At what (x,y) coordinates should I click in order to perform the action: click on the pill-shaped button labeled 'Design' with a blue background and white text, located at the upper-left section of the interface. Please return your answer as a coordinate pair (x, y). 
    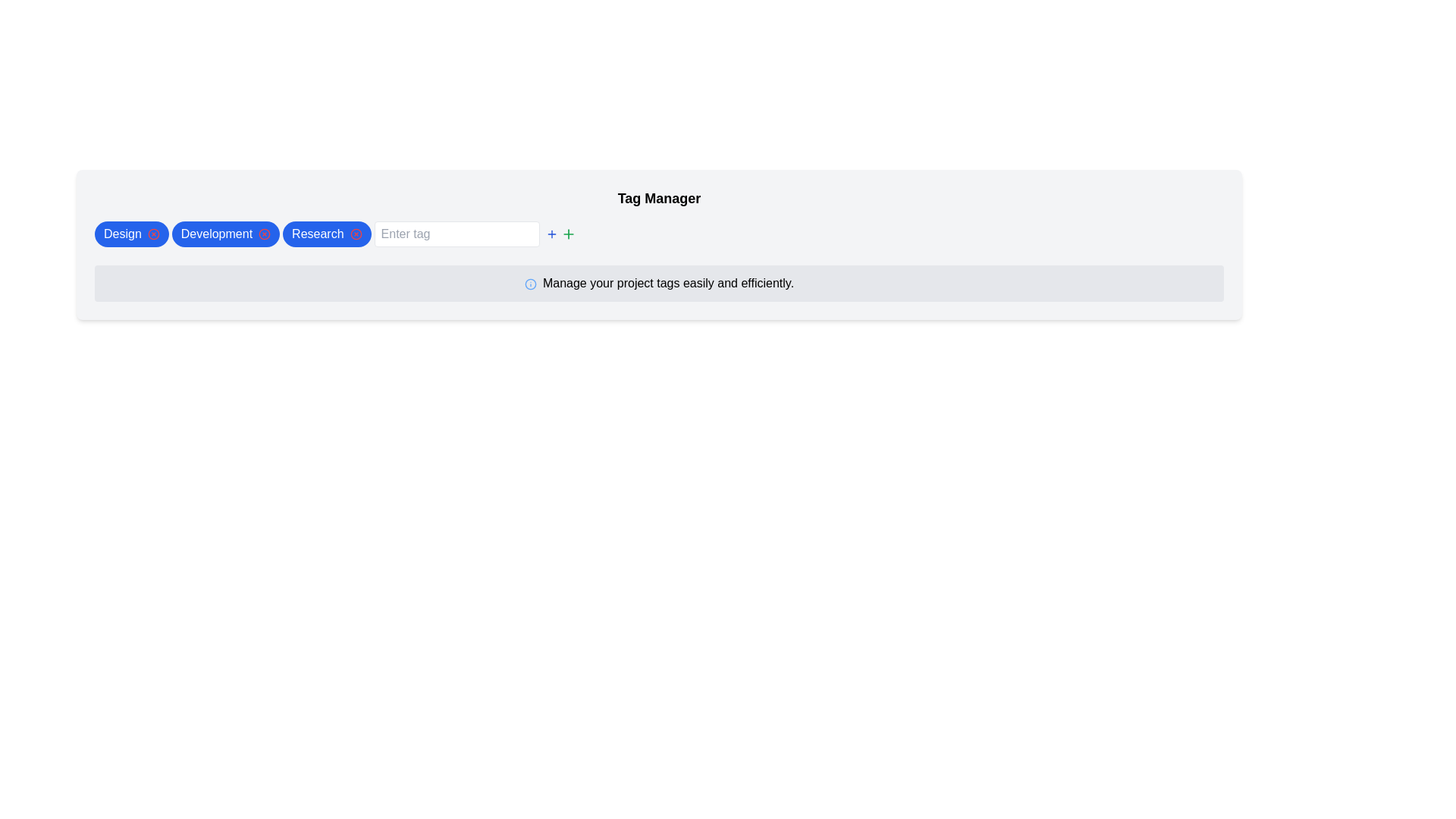
    Looking at the image, I should click on (131, 234).